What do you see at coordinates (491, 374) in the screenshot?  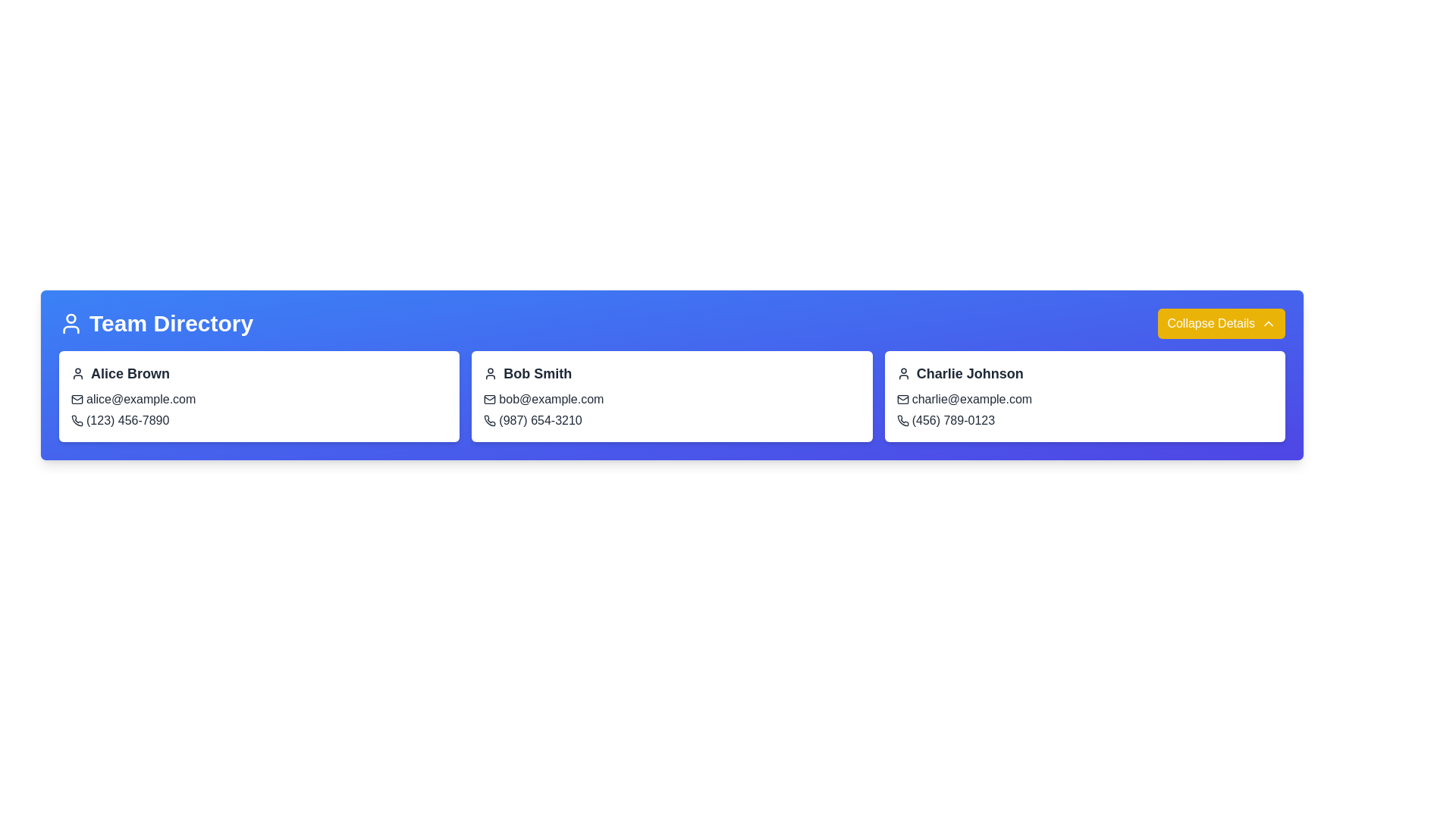 I see `the user silhouette icon to the left of 'Bob Smith' in the middle card of the directory` at bounding box center [491, 374].